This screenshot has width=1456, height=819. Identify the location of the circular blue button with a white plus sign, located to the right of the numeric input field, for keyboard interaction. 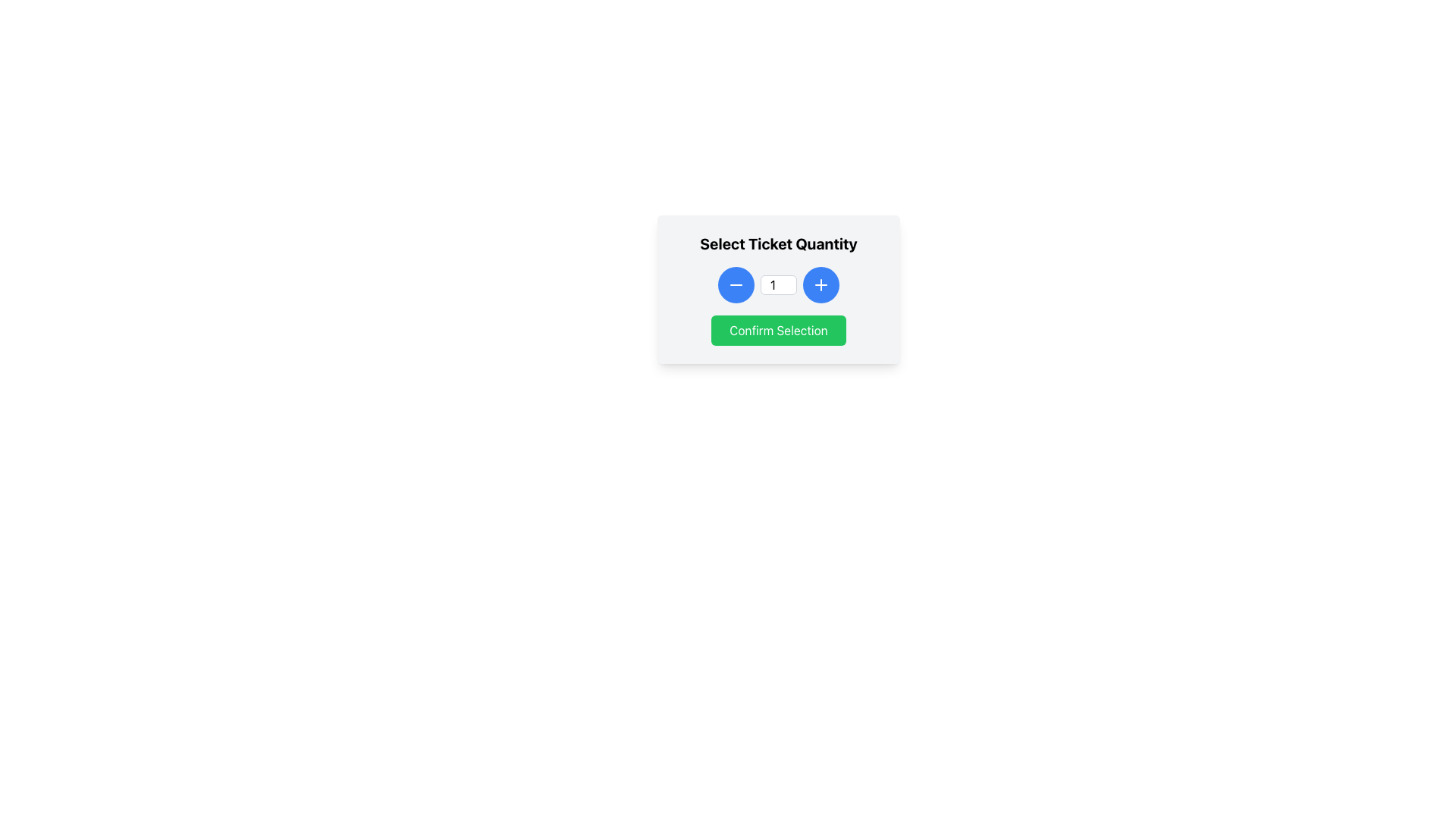
(821, 284).